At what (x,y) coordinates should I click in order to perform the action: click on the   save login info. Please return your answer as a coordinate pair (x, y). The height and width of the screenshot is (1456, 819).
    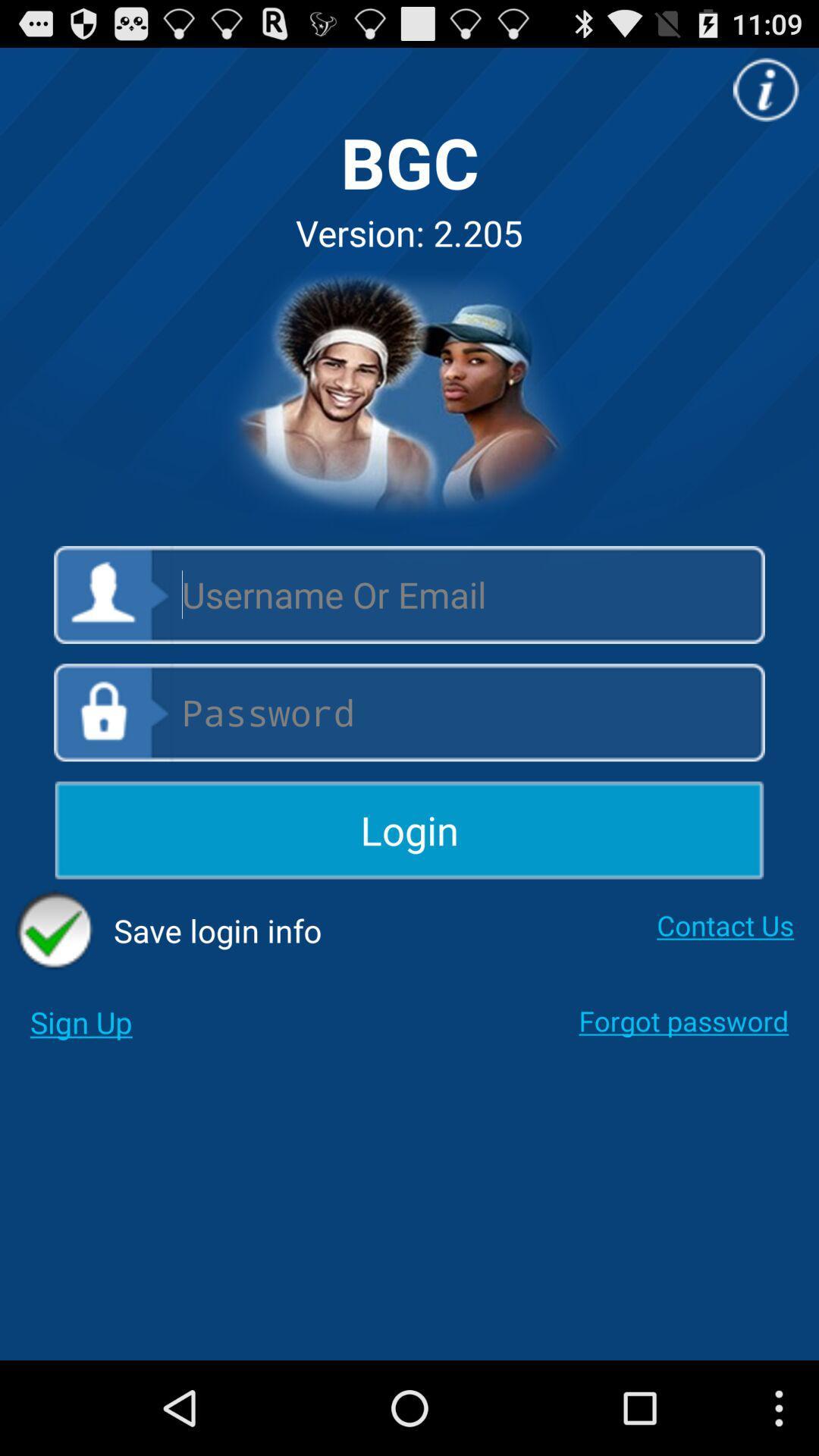
    Looking at the image, I should click on (168, 930).